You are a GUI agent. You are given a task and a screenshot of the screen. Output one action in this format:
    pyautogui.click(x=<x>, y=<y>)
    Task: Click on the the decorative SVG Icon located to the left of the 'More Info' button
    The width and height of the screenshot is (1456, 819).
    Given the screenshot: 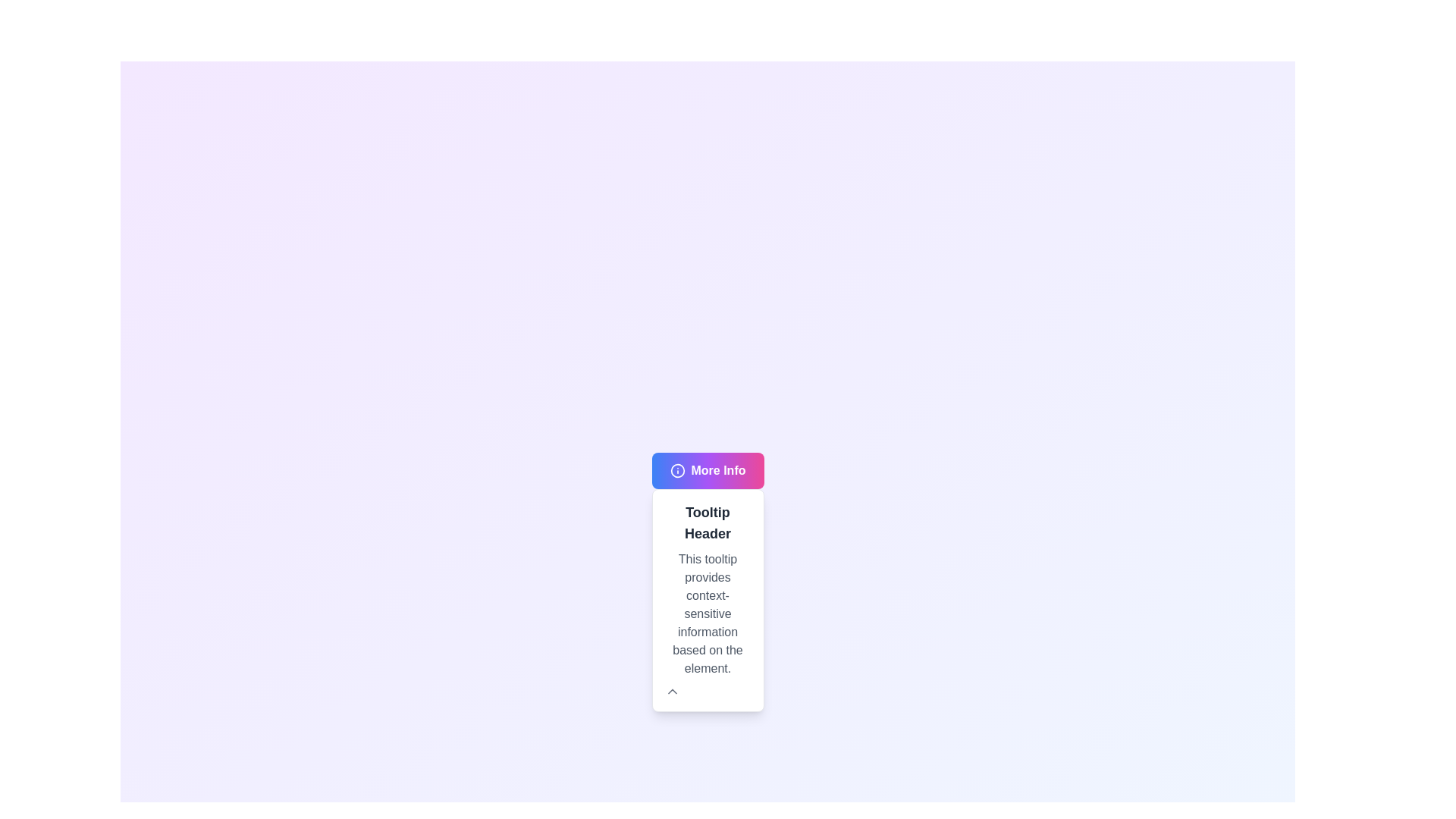 What is the action you would take?
    pyautogui.click(x=676, y=470)
    